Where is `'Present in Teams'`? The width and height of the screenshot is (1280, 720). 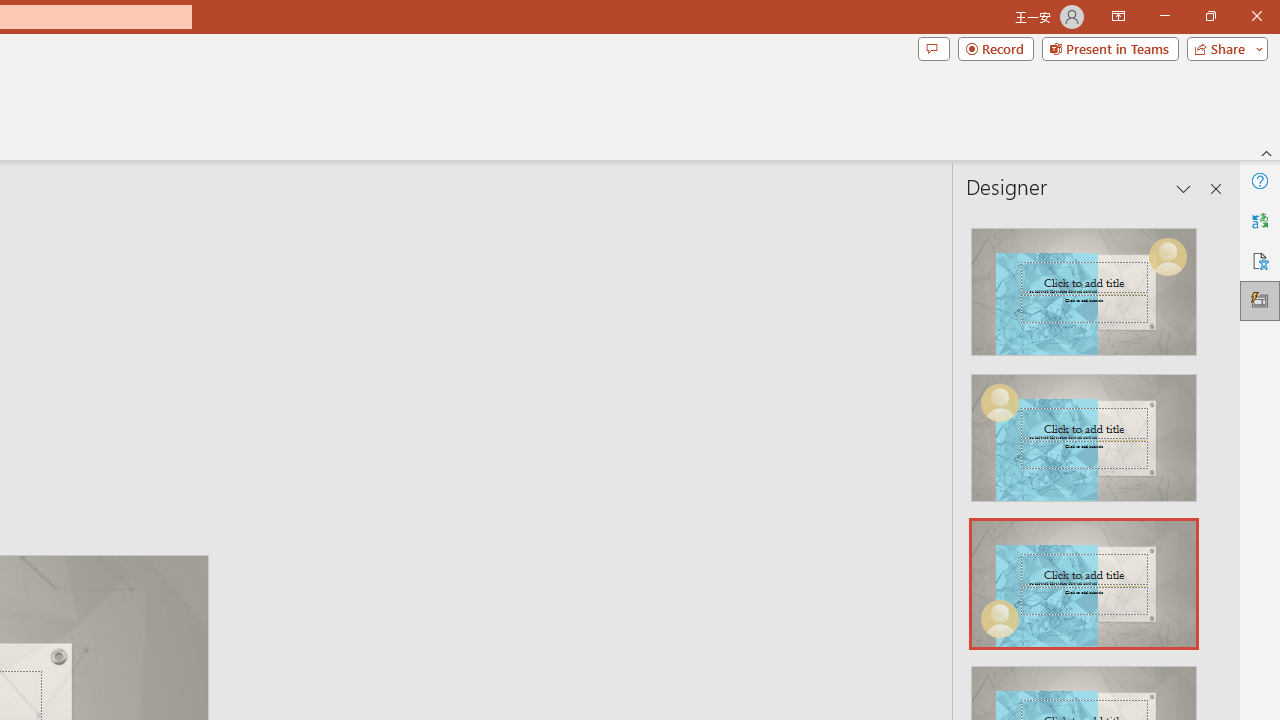 'Present in Teams' is located at coordinates (1109, 47).